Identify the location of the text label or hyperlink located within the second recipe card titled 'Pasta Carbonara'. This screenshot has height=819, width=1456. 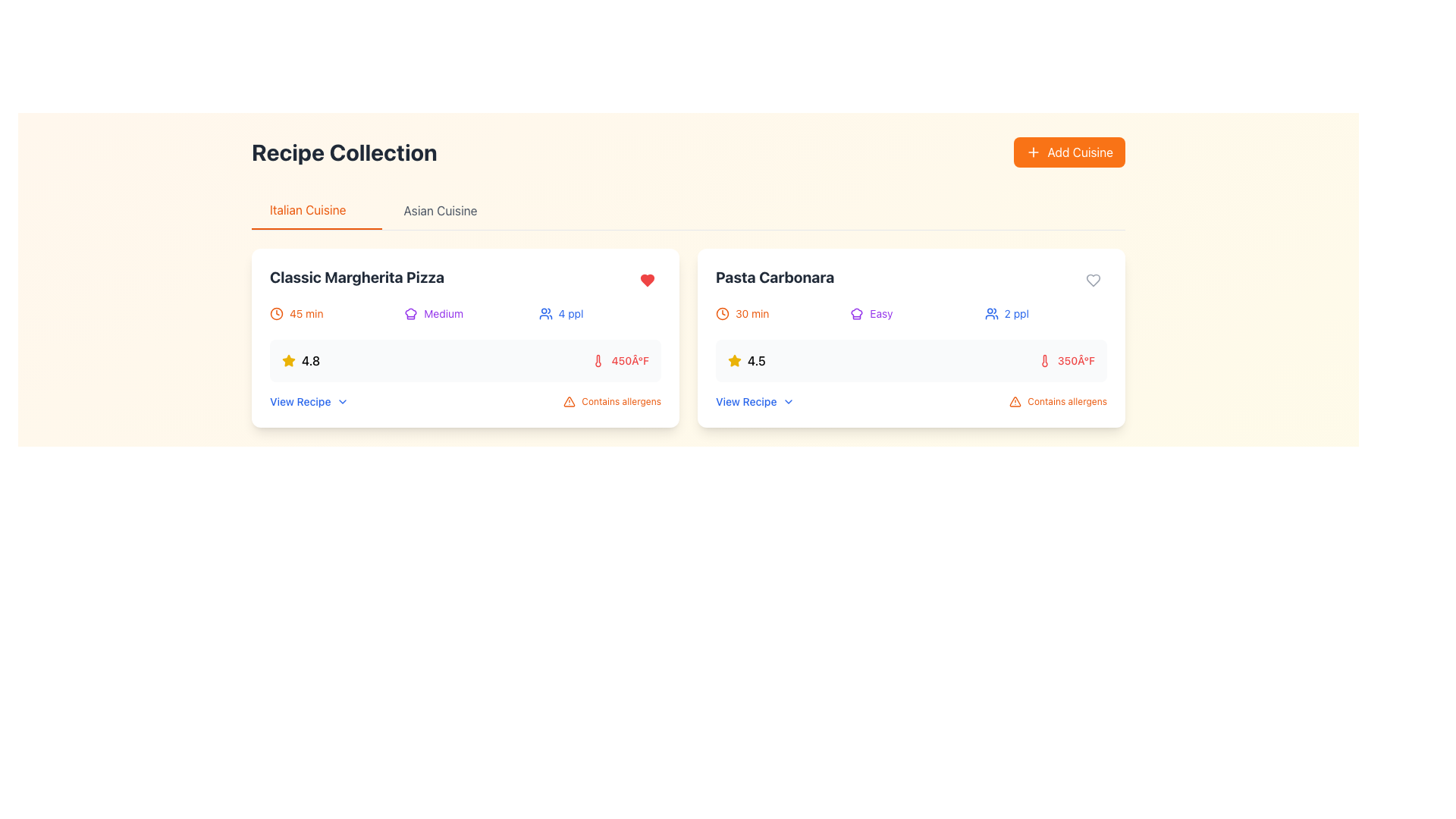
(745, 400).